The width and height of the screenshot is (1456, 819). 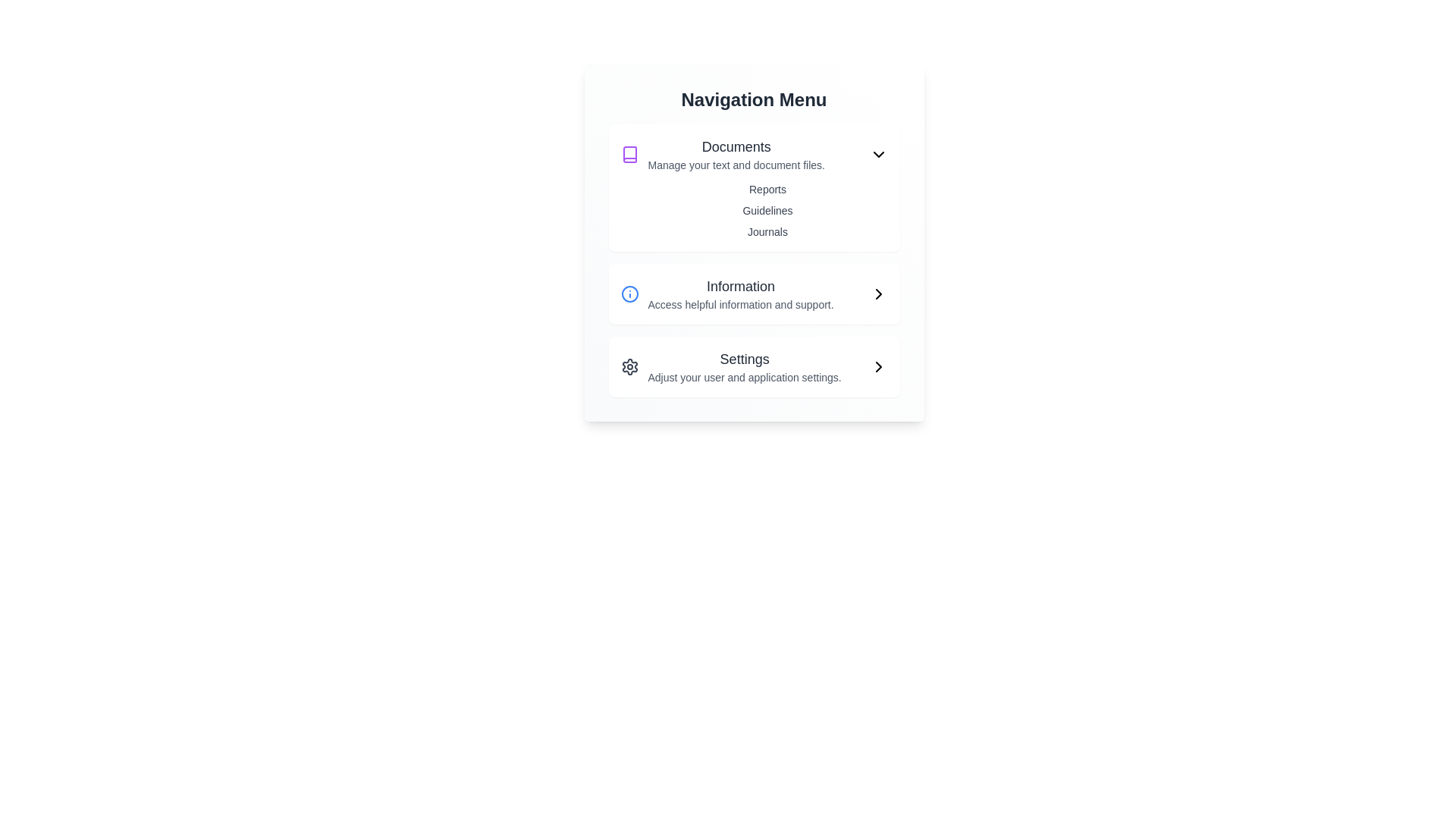 I want to click on the 'Settings' row element in the navigation menu, so click(x=754, y=366).